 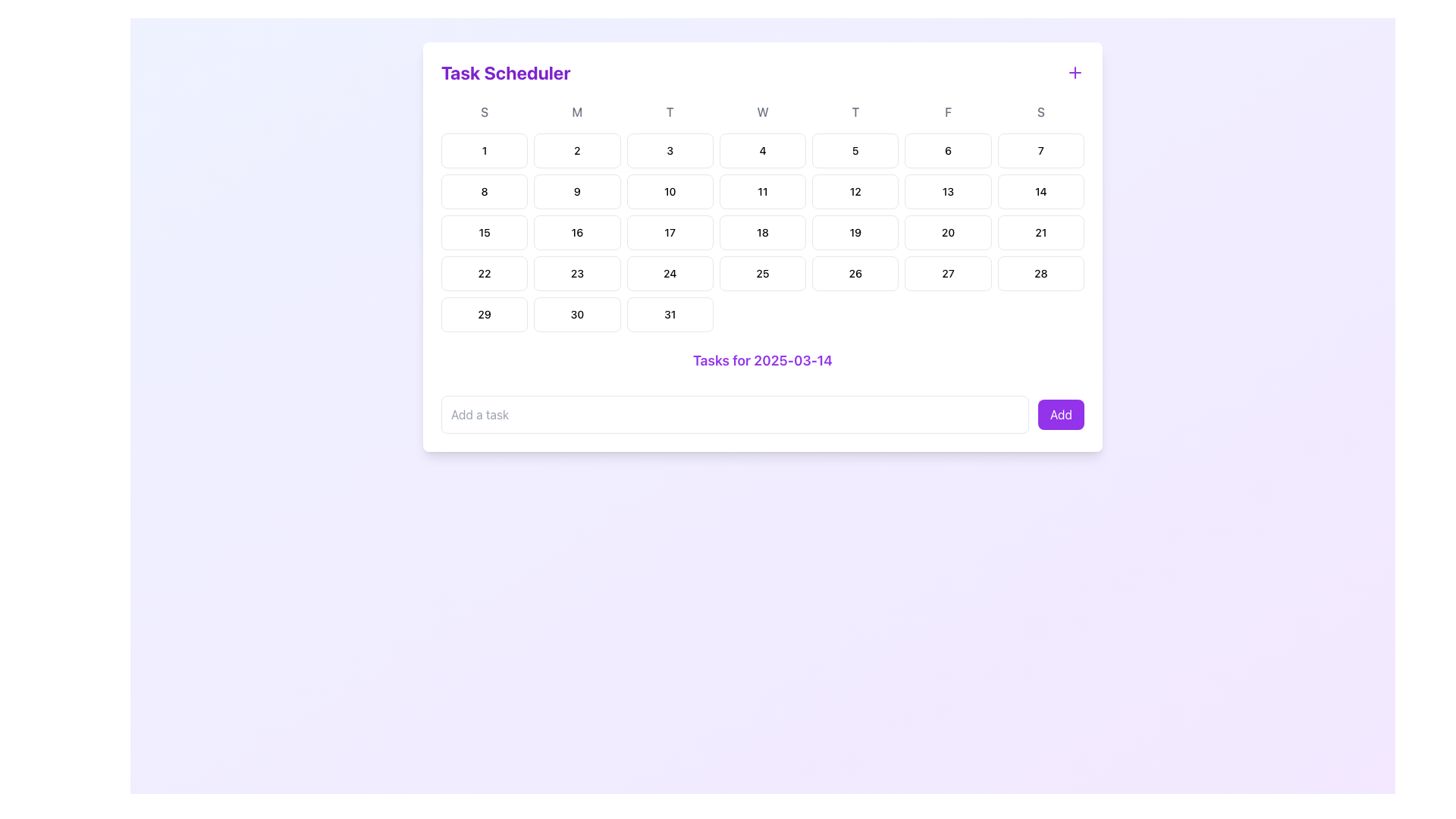 I want to click on the button representing the 11th day in the calendar view, so click(x=763, y=191).